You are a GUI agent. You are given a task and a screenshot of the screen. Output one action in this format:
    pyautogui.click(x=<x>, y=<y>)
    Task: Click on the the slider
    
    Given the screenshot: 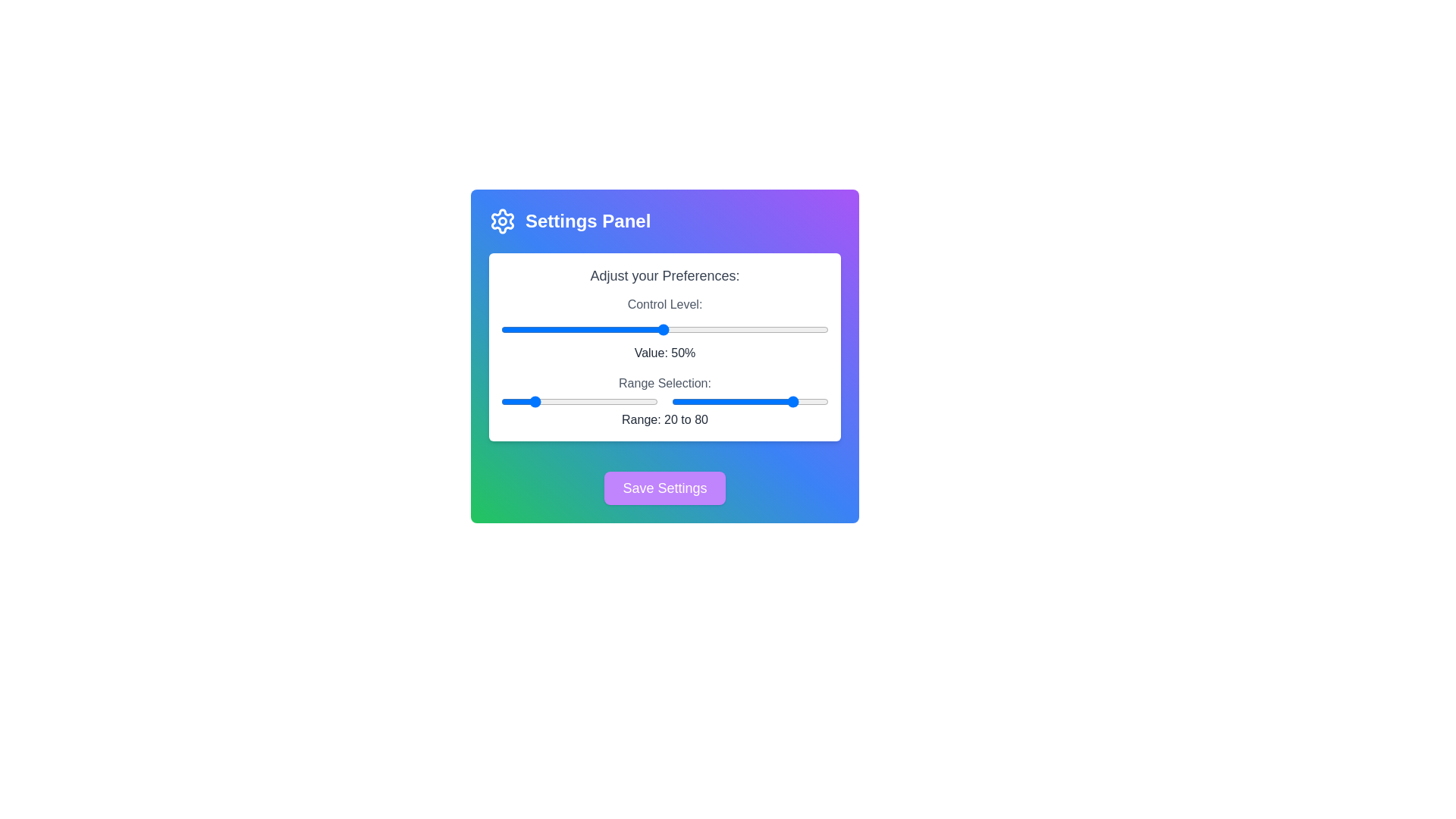 What is the action you would take?
    pyautogui.click(x=804, y=400)
    